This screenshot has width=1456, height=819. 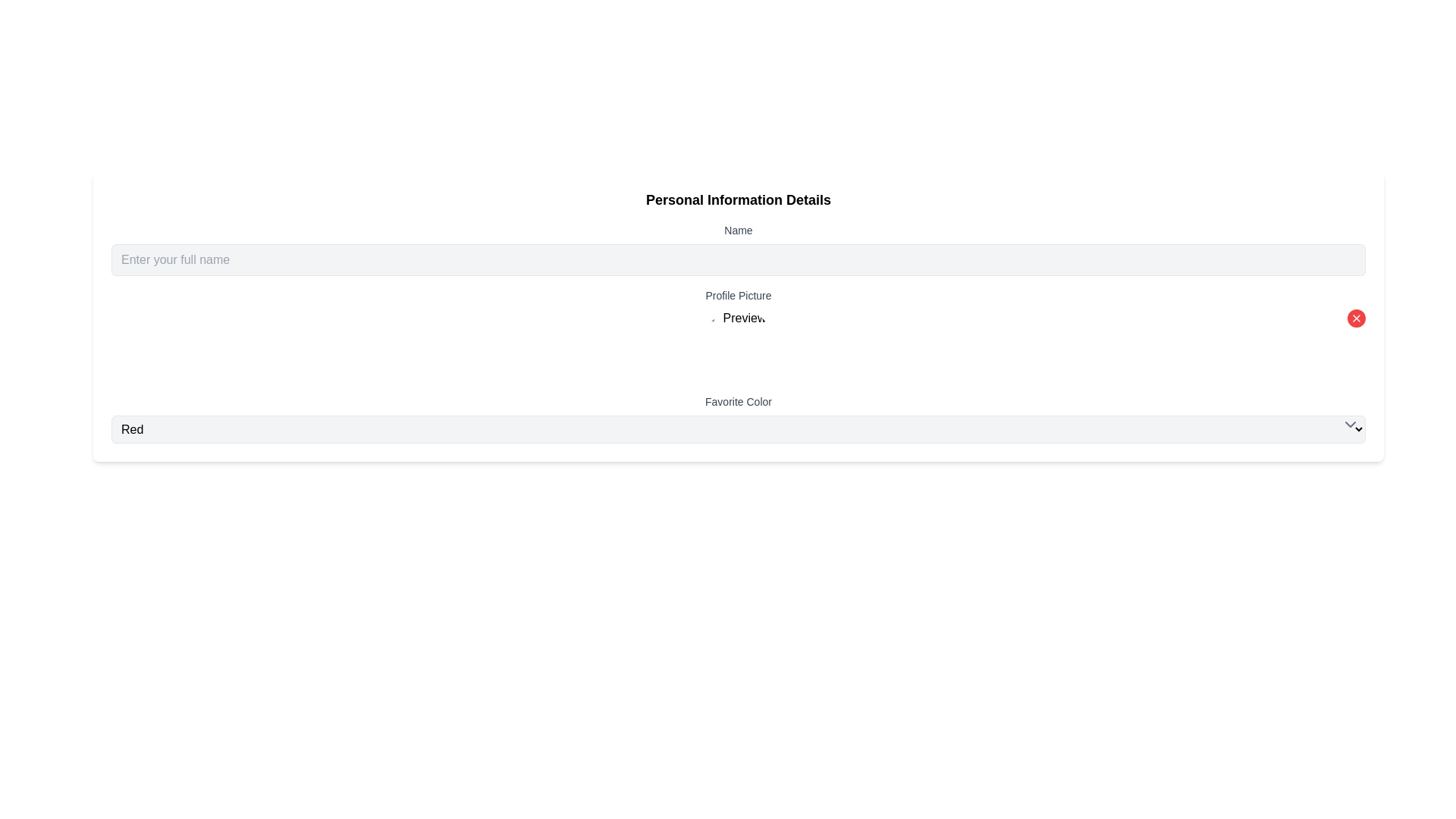 What do you see at coordinates (739, 429) in the screenshot?
I see `the 'Favorite Color' dropdown menu to enhance accessibility` at bounding box center [739, 429].